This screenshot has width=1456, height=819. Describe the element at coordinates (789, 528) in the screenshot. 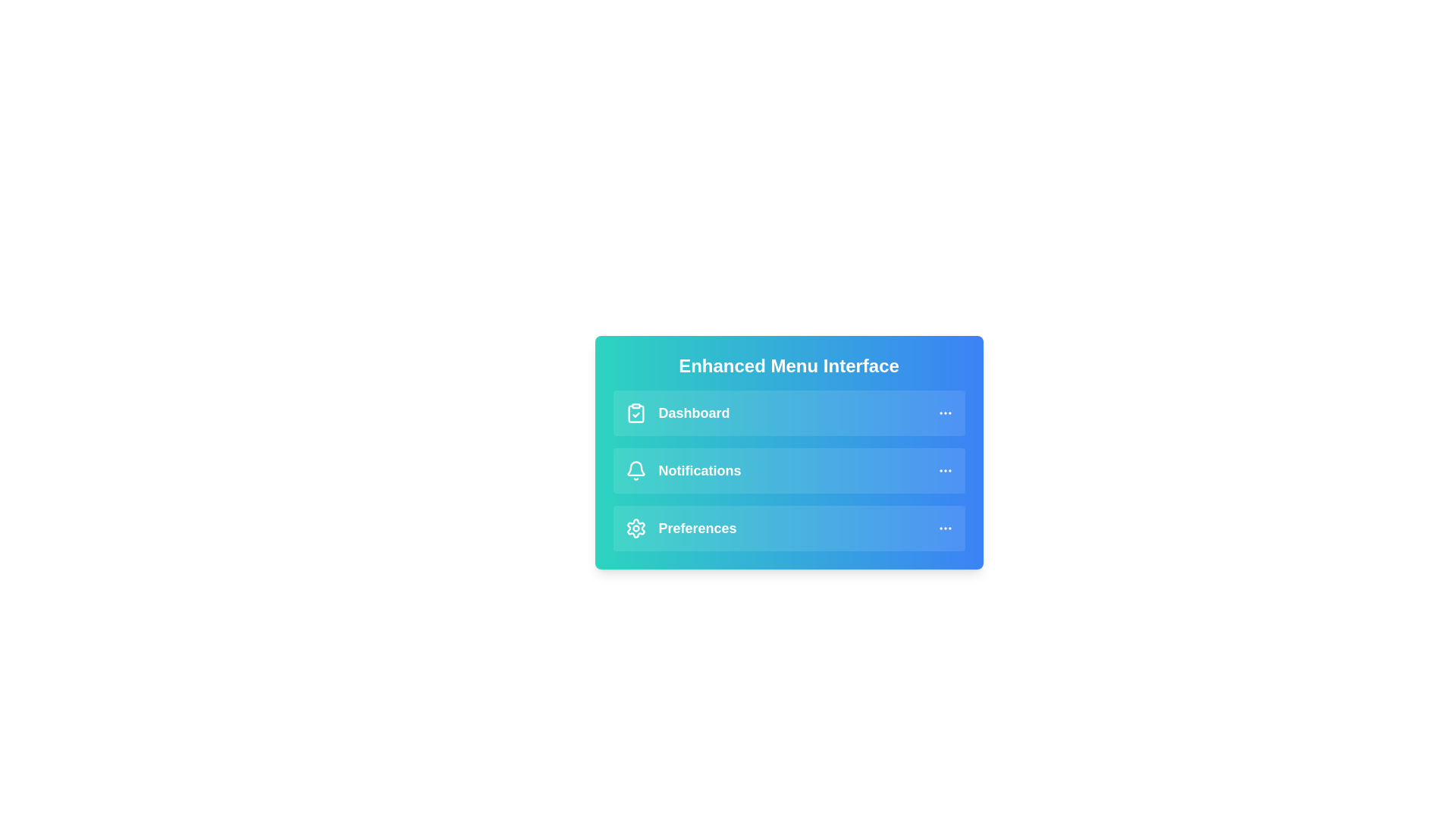

I see `the 'Preferences' button at the bottom of the 'Enhanced Menu Interface'` at that location.